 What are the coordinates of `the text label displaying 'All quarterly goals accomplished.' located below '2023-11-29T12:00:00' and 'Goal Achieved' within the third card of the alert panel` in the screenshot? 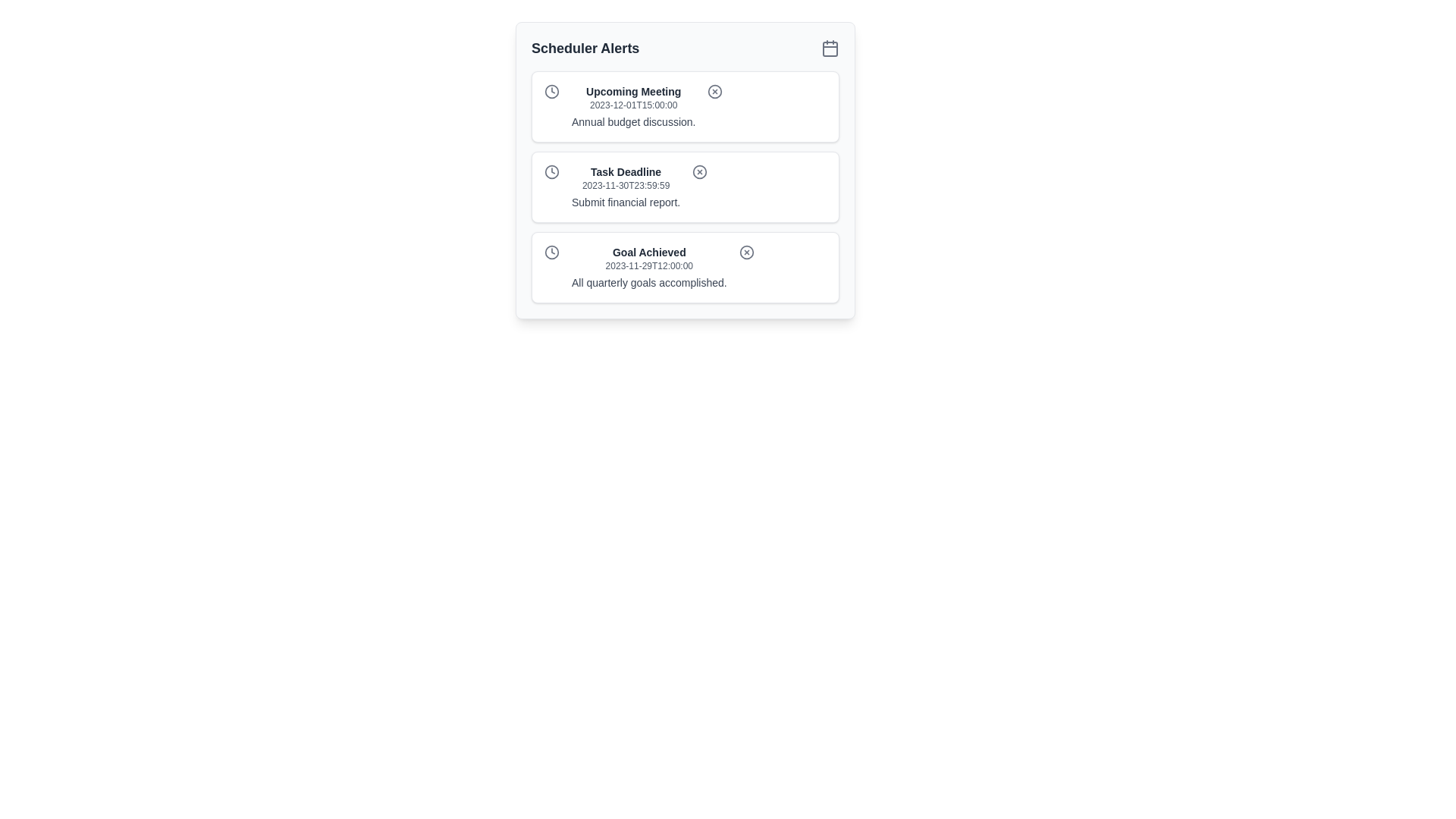 It's located at (649, 283).